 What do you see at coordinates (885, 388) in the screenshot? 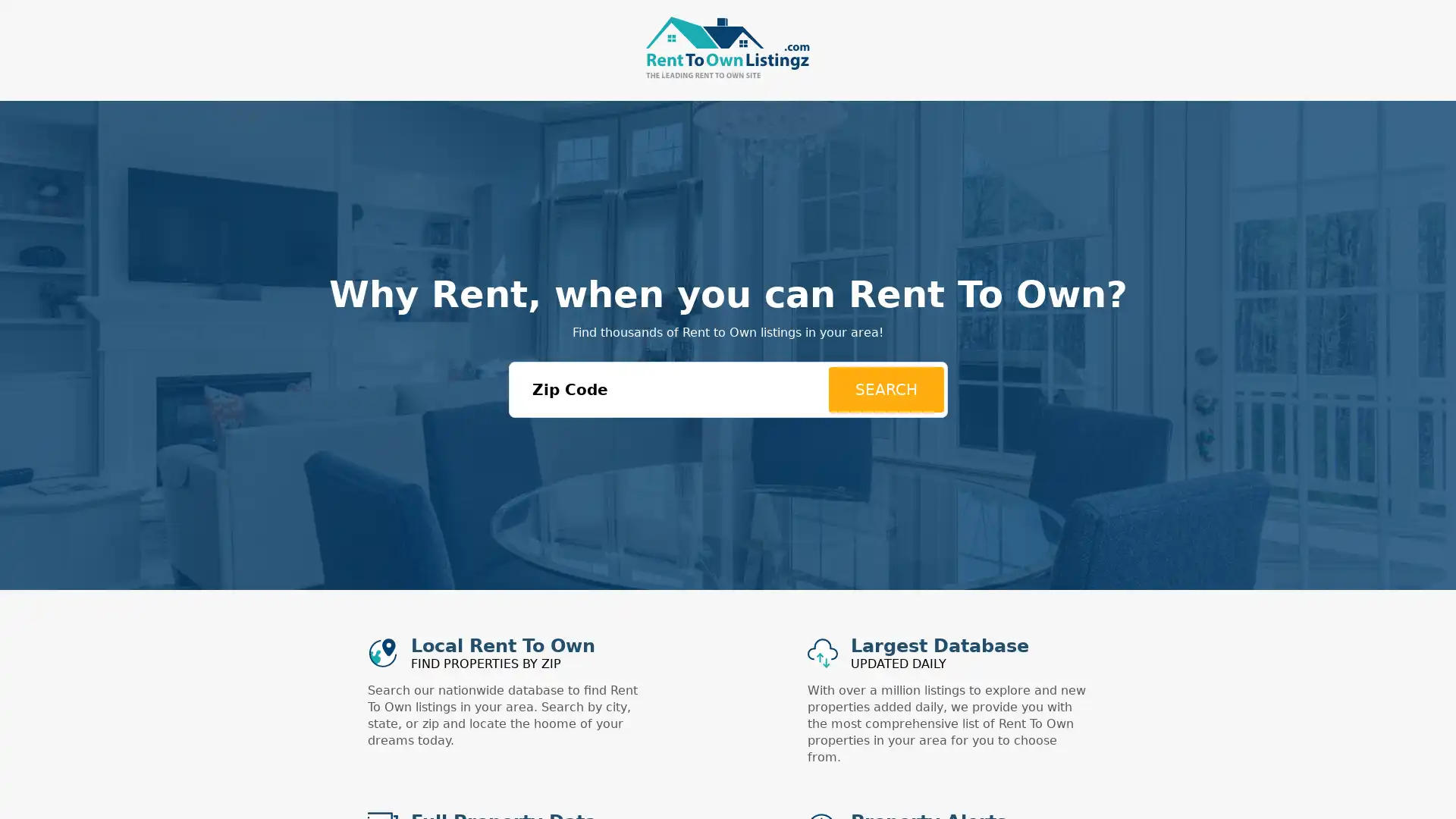
I see `SEARCH` at bounding box center [885, 388].